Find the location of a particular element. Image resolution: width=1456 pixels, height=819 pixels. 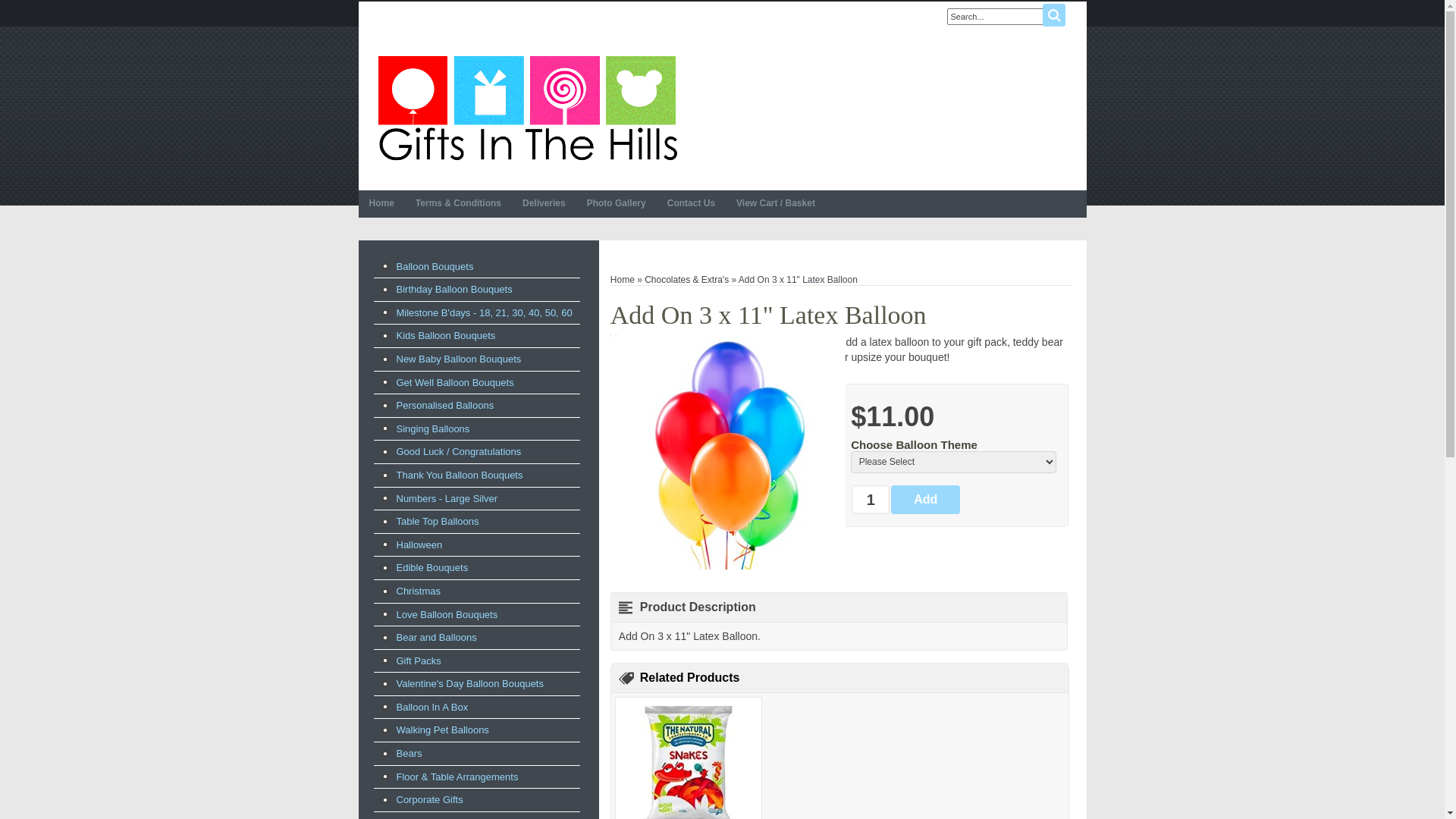

'Deliveries' is located at coordinates (544, 203).